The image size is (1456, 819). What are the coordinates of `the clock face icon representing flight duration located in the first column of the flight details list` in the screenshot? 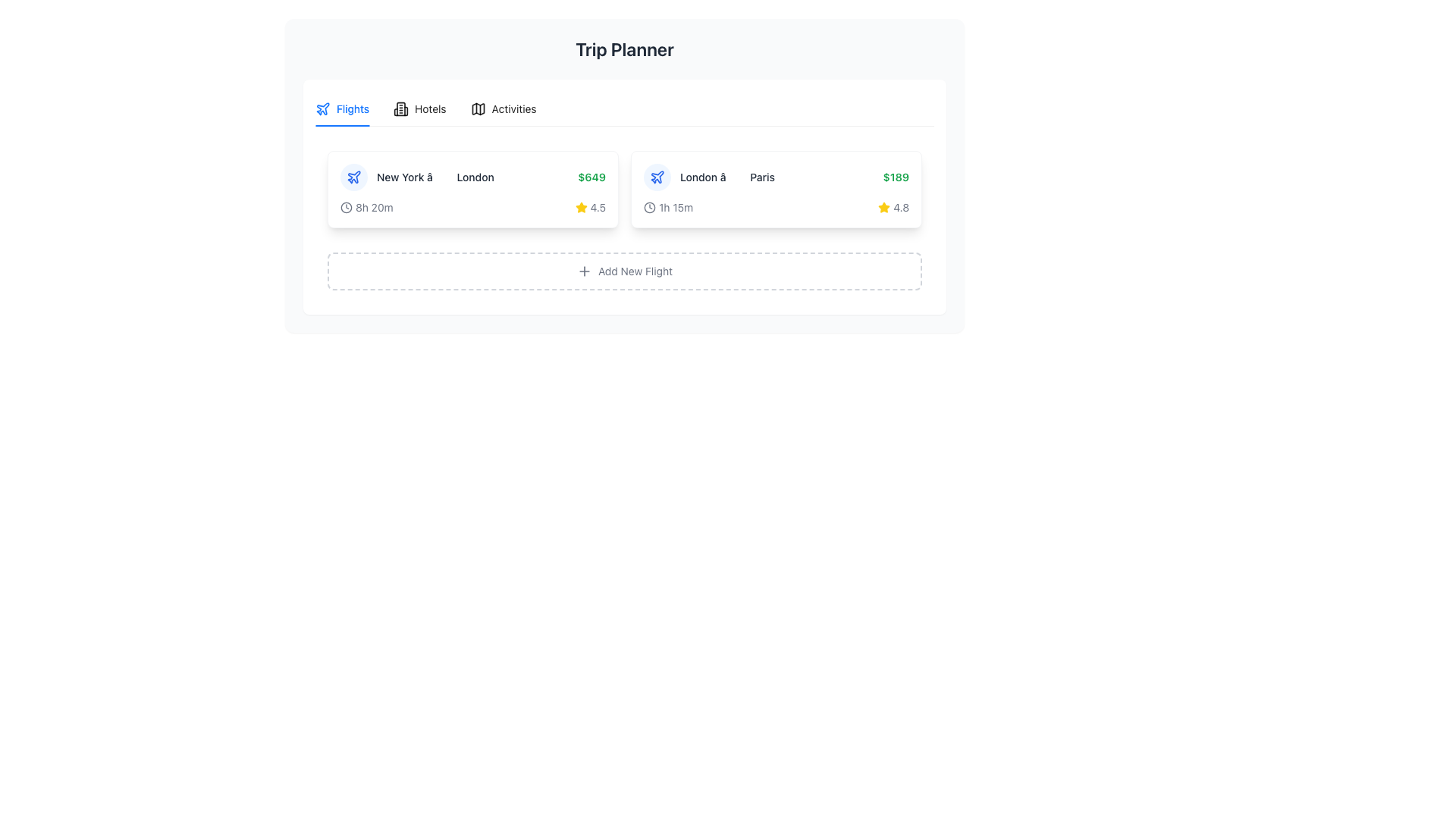 It's located at (345, 207).